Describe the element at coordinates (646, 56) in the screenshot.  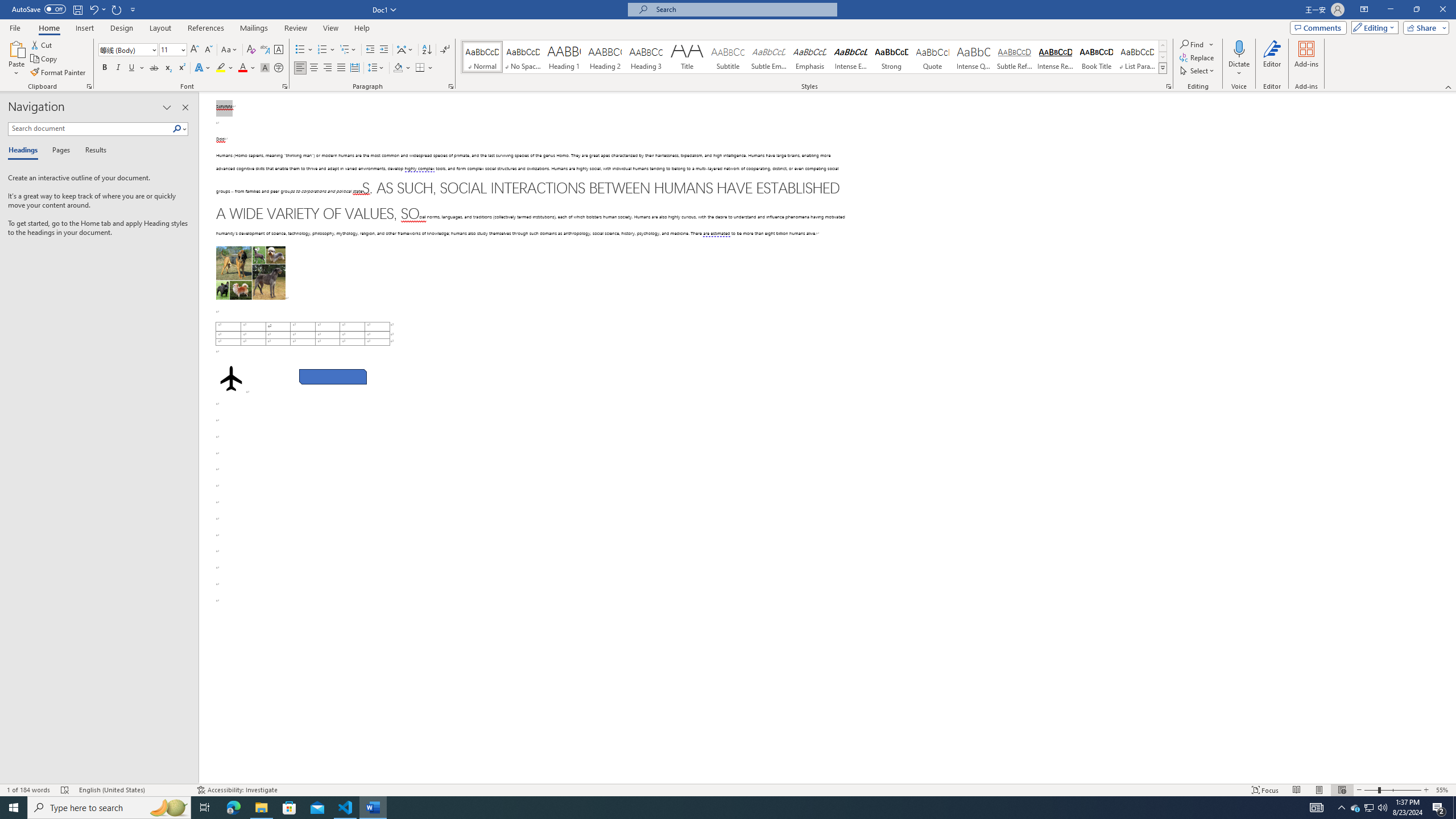
I see `'Heading 3'` at that location.